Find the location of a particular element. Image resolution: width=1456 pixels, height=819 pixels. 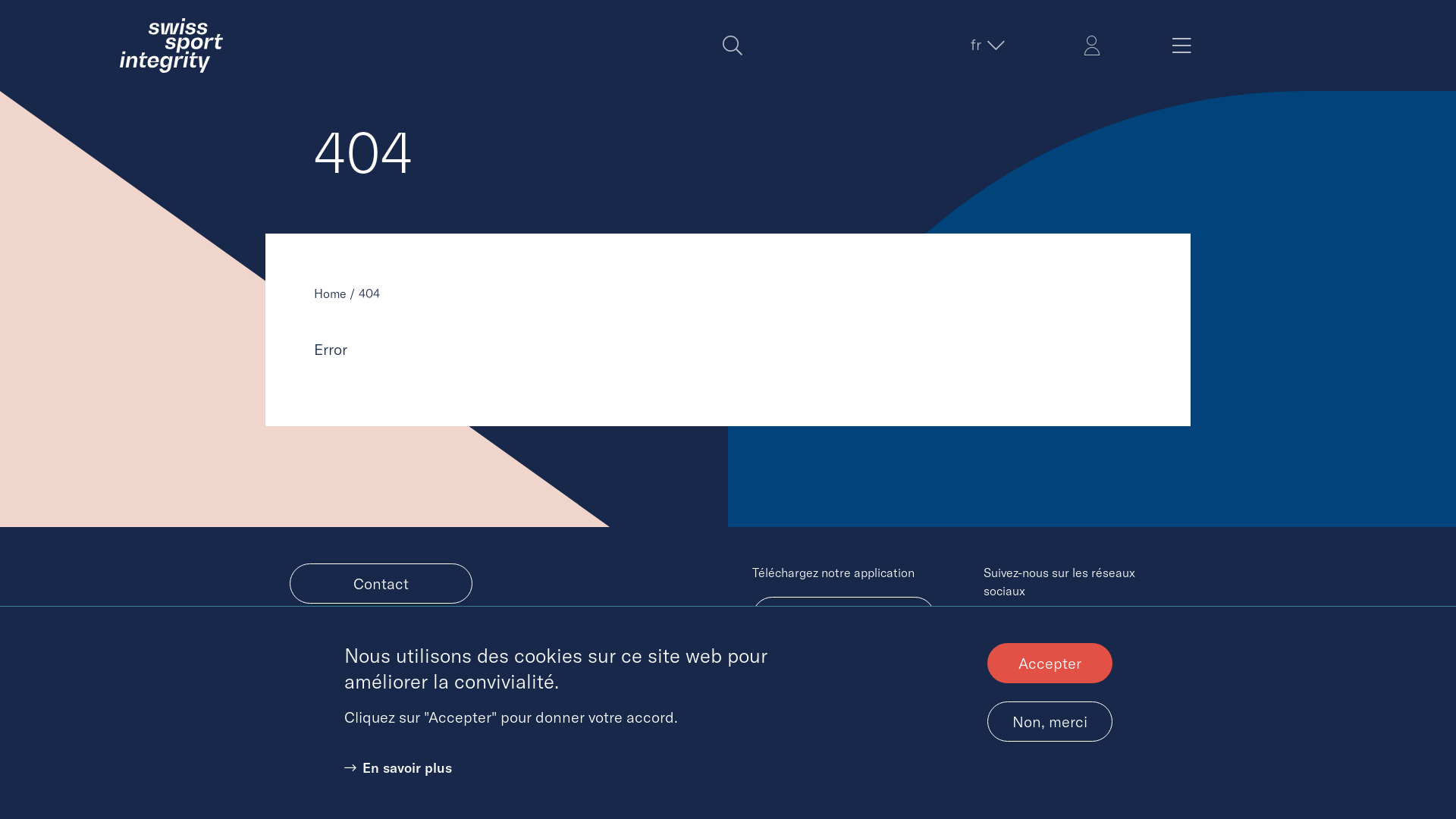

'Twitter' is located at coordinates (998, 629).